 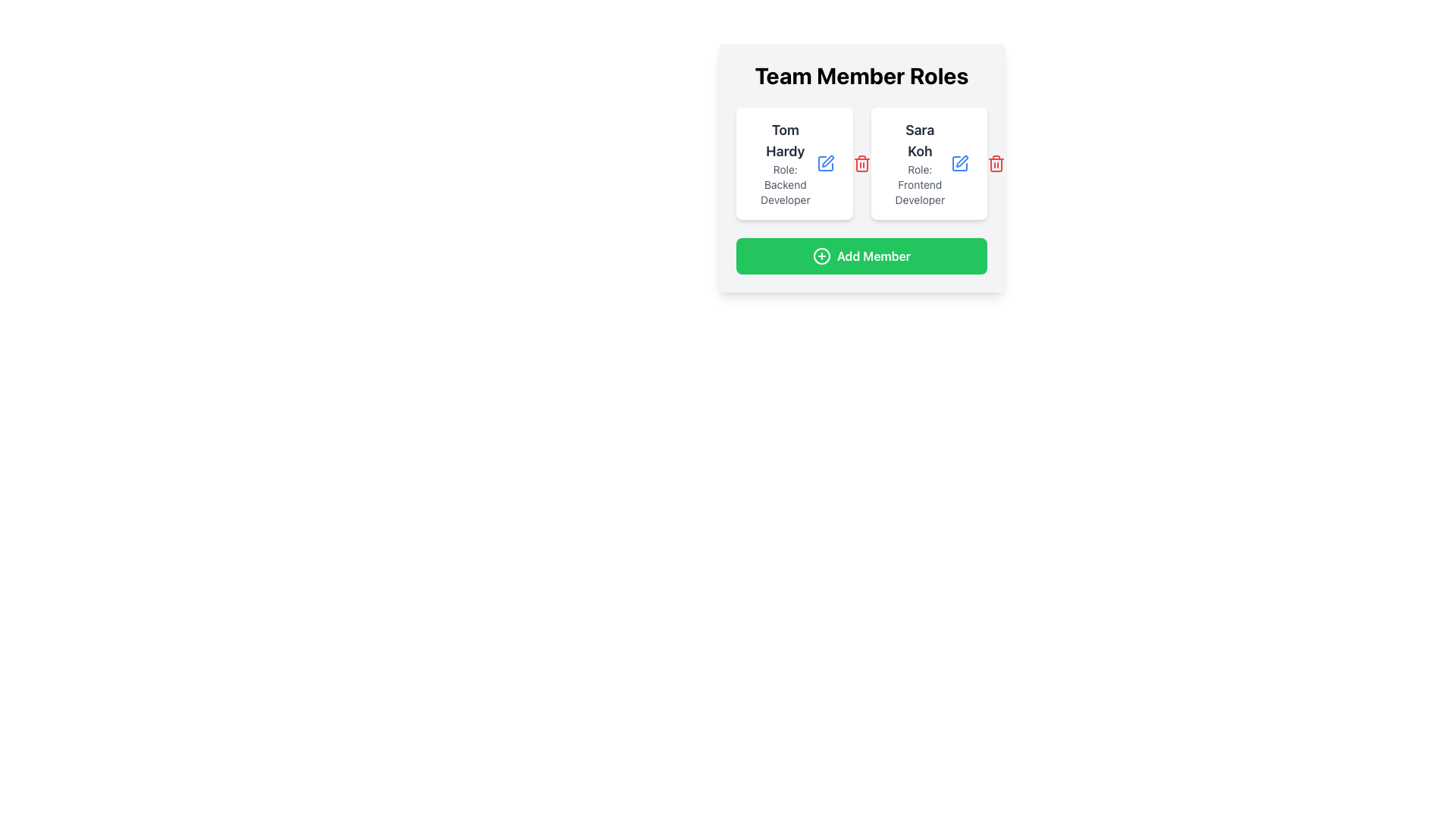 What do you see at coordinates (919, 184) in the screenshot?
I see `text label that displays 'Role: Frontend Developer', which is styled in a small gray font and located beneath the name 'Sara Koh' within a card-like layout` at bounding box center [919, 184].